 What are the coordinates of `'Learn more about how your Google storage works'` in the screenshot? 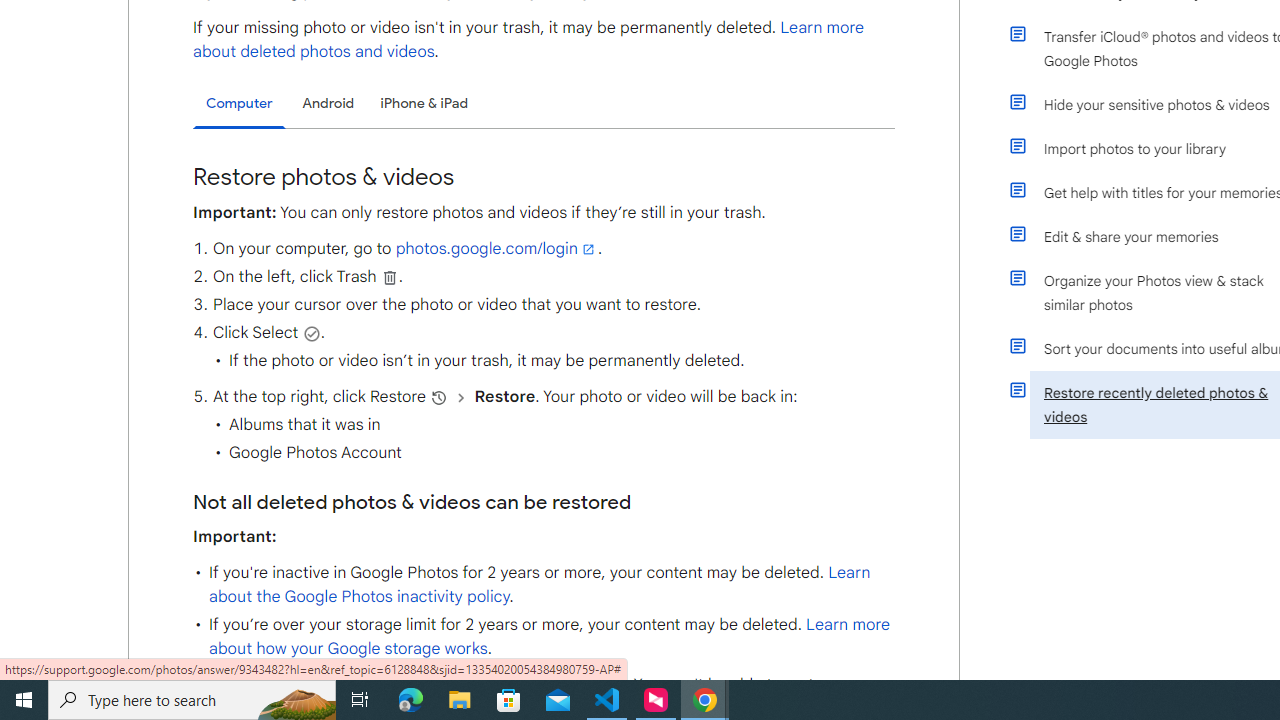 It's located at (549, 636).